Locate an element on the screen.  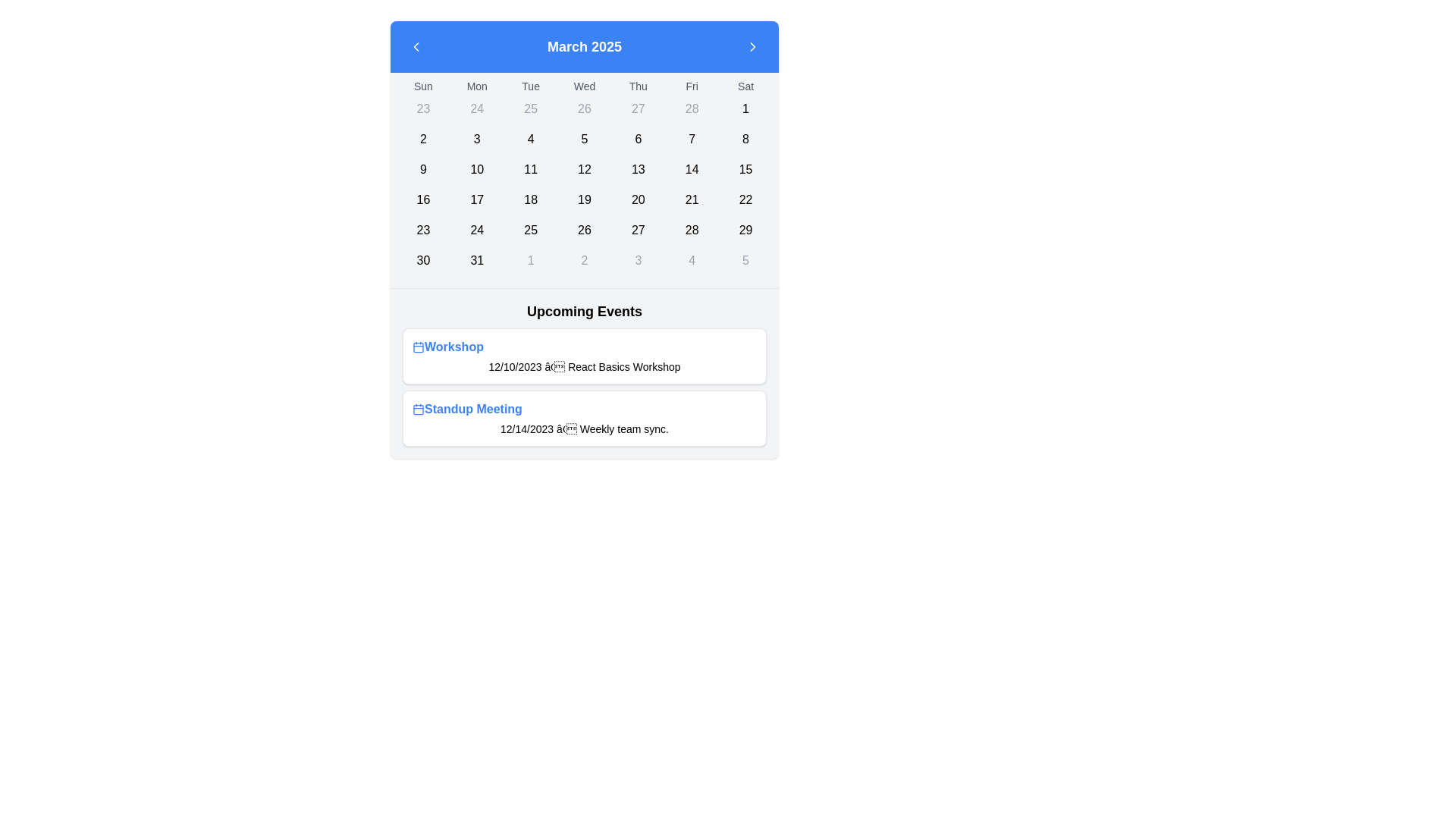
on the button-like date component displaying the numeral '20' in the calendar, located under the 'Thu' column is located at coordinates (638, 199).